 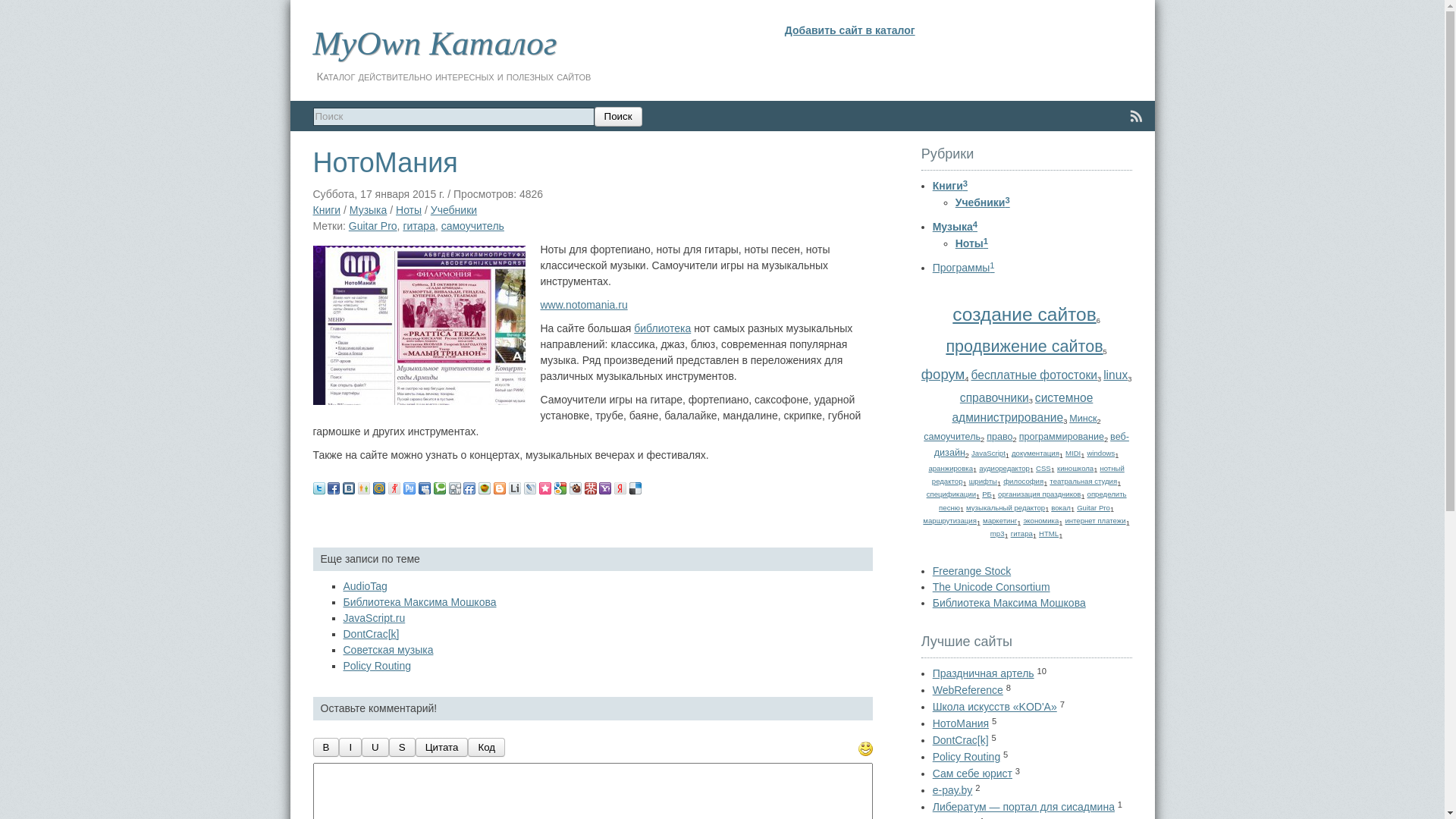 What do you see at coordinates (582, 304) in the screenshot?
I see `'www.notomania.ru'` at bounding box center [582, 304].